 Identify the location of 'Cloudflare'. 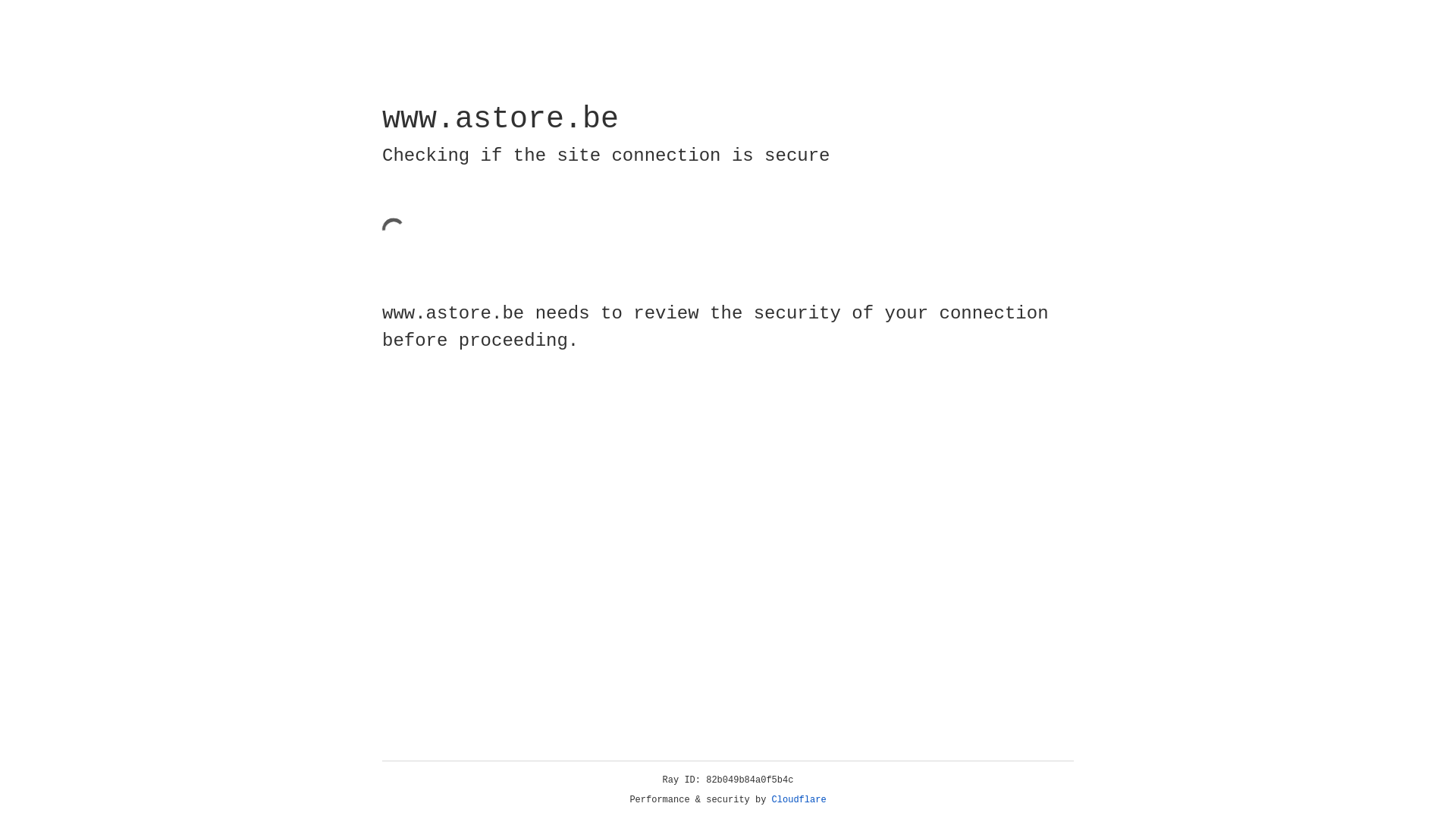
(799, 799).